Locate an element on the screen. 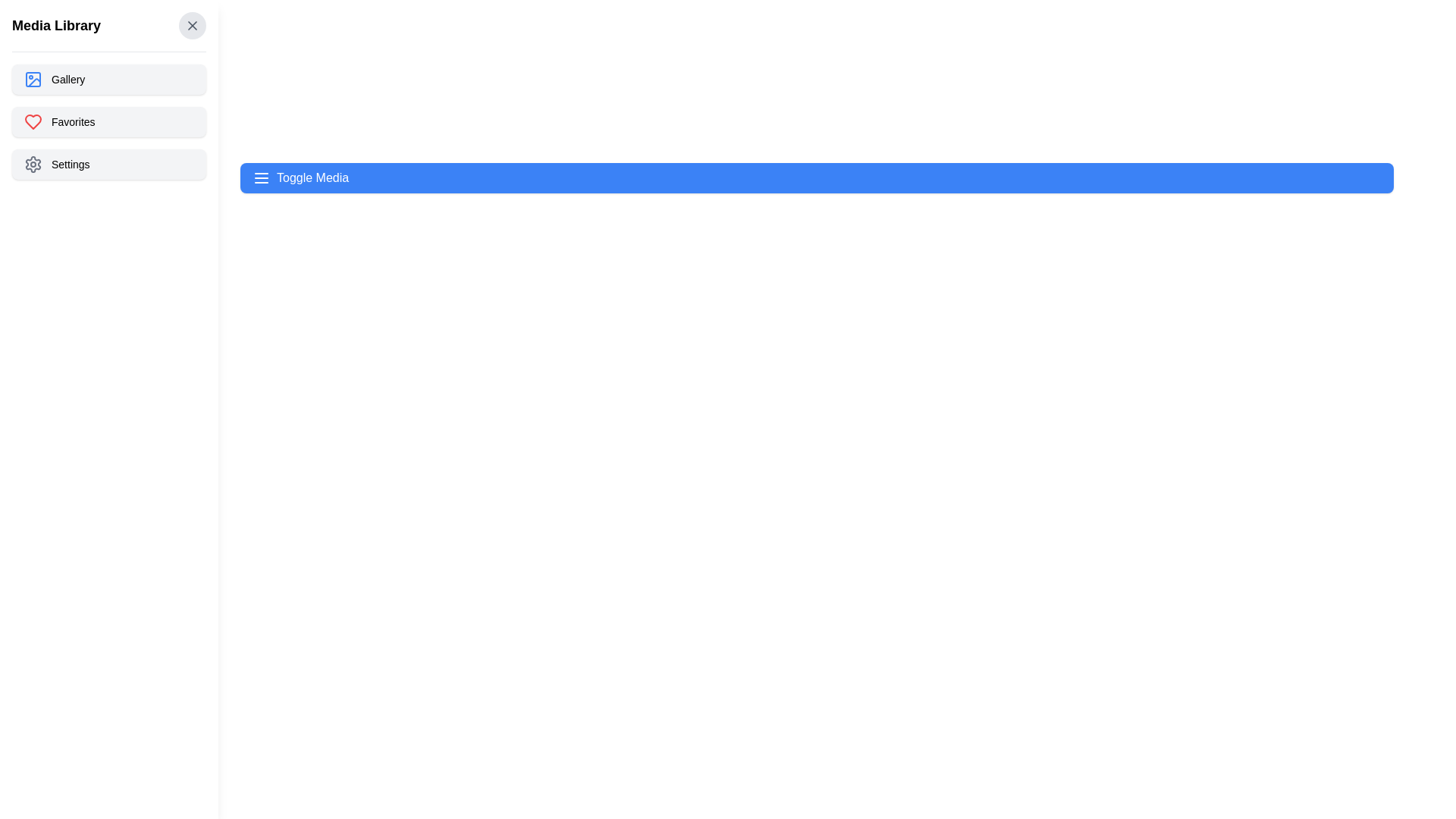 This screenshot has width=1456, height=819. the 'Gallery' option to navigate to the gallery view is located at coordinates (108, 79).